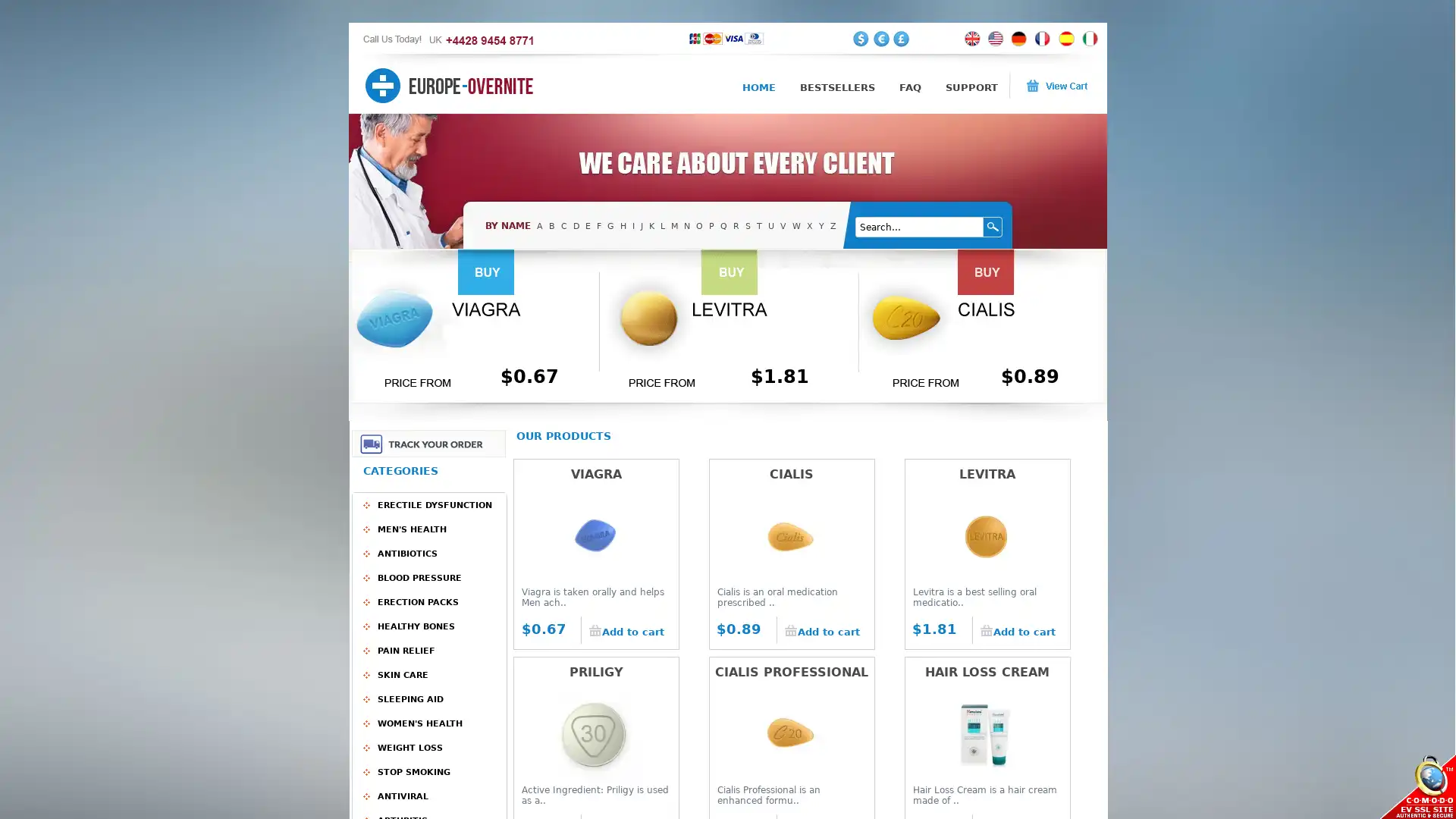  I want to click on ., so click(993, 227).